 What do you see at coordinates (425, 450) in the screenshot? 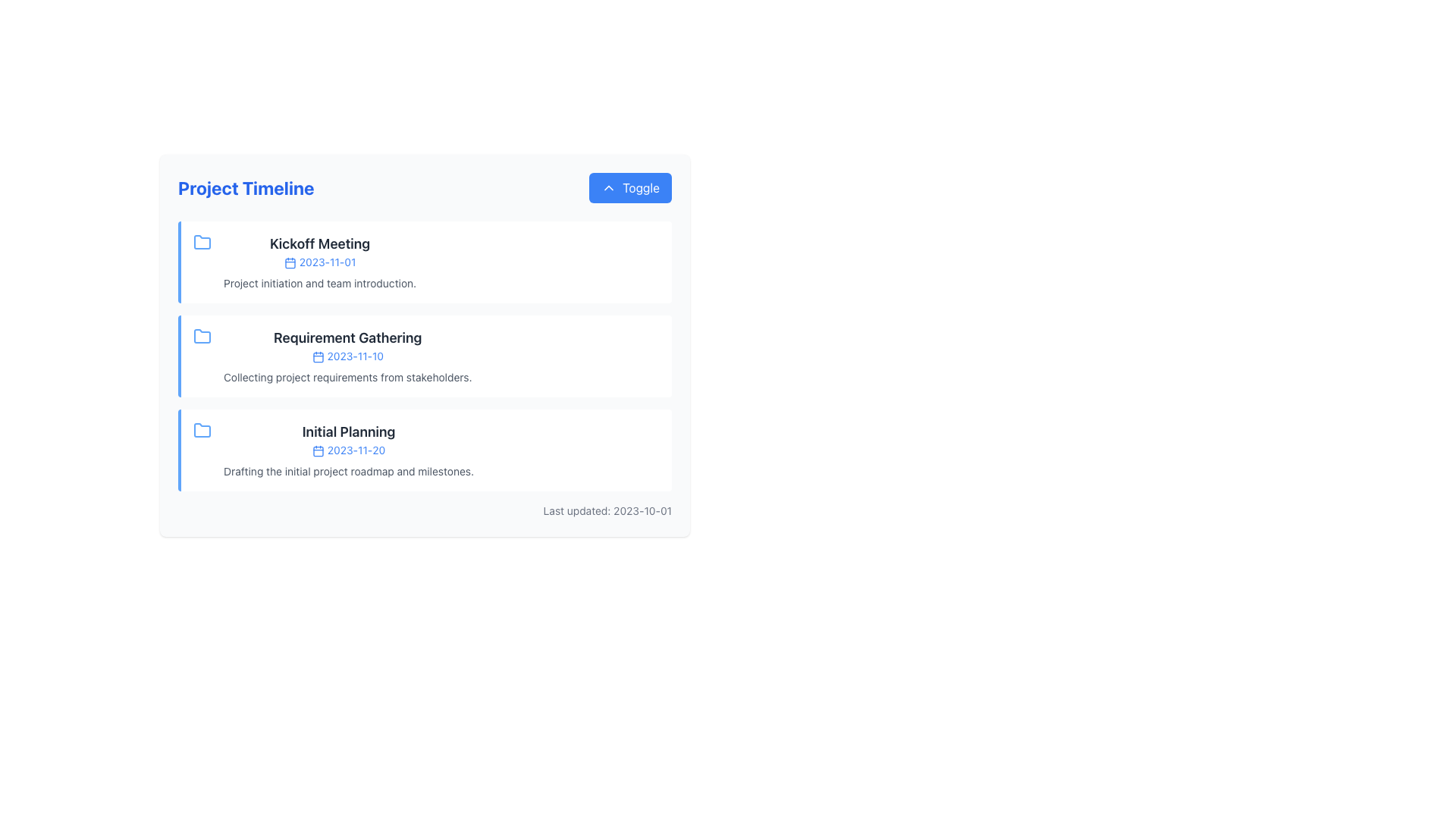
I see `the third information card in the Project Timeline section that summarizes the project phase, as it links to detailed content` at bounding box center [425, 450].